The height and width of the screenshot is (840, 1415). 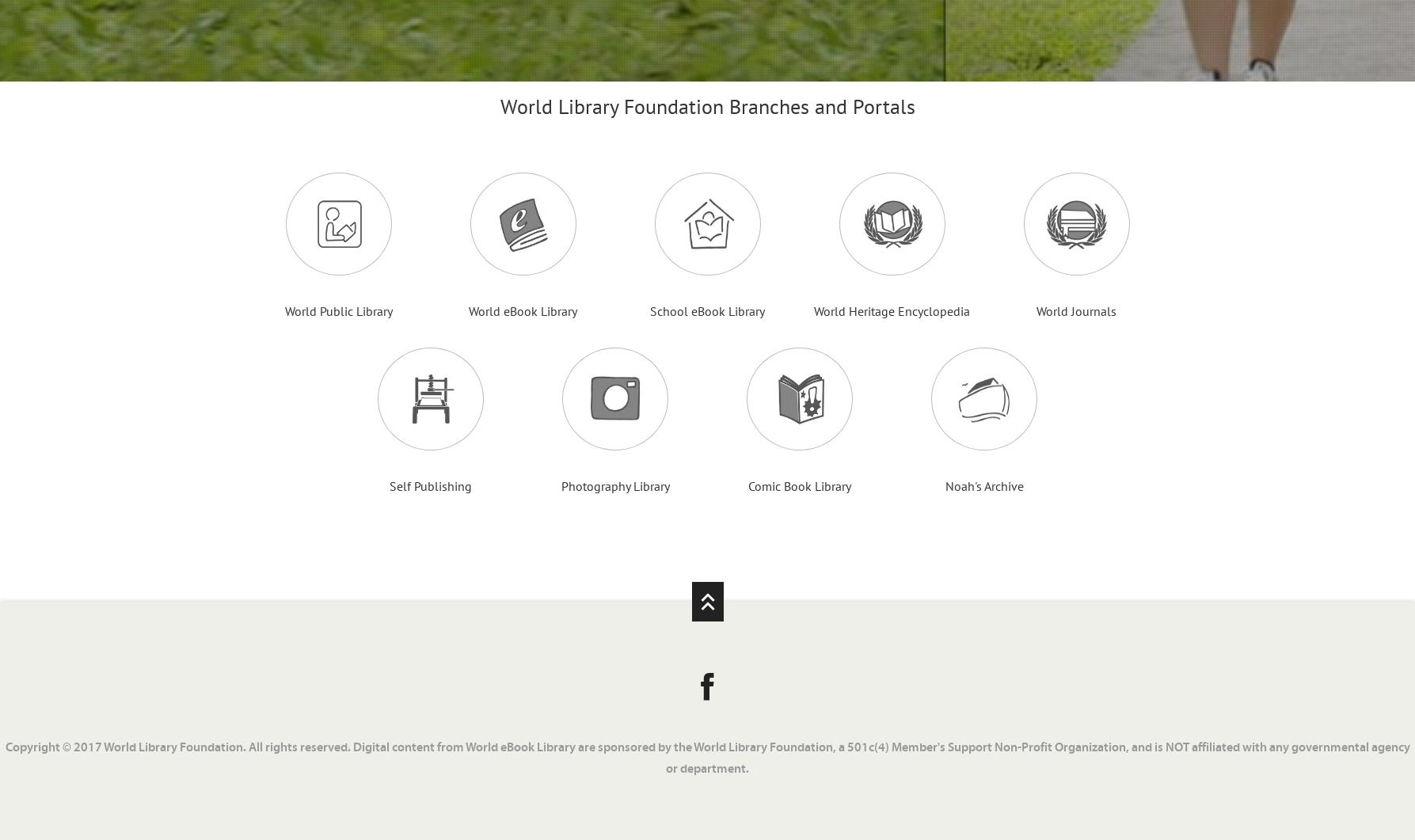 What do you see at coordinates (614, 485) in the screenshot?
I see `'Photography Library'` at bounding box center [614, 485].